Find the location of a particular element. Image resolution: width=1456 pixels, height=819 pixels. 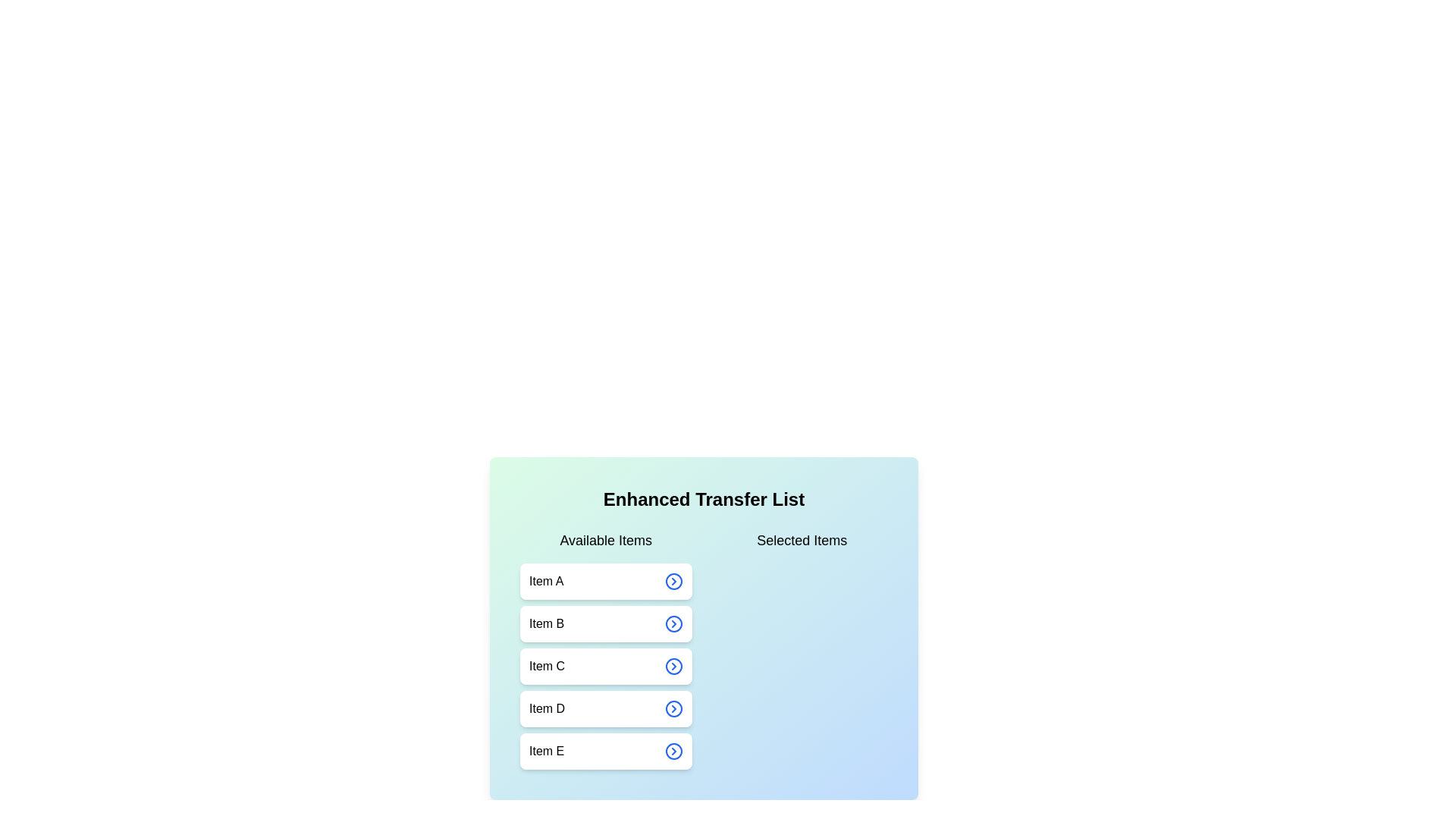

arrow button next to Item A in the available list to transfer it to the selected list is located at coordinates (673, 581).